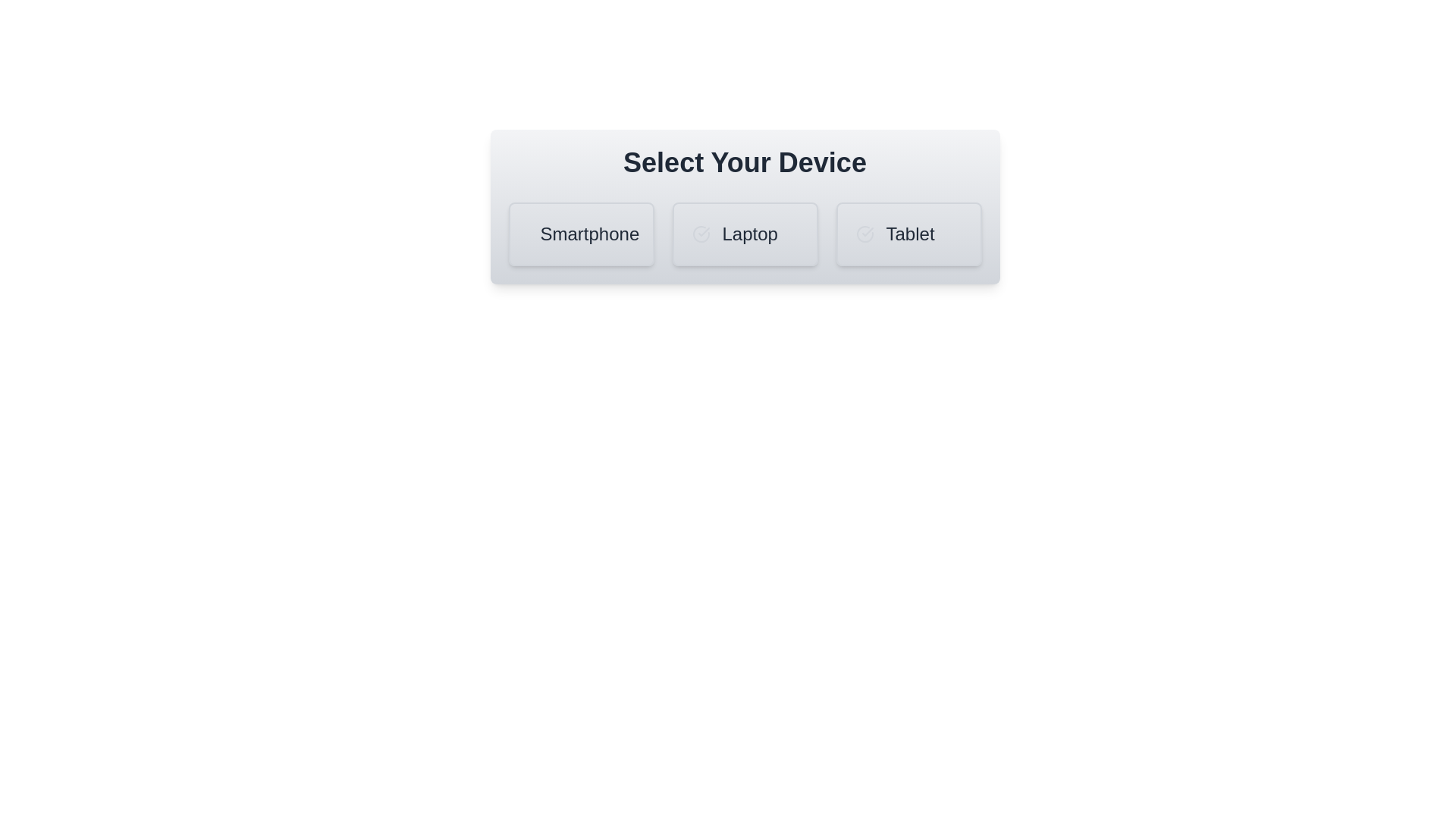  Describe the element at coordinates (745, 163) in the screenshot. I see `the Text header that introduces the purpose of the interface, positioned at the top center of the layout above a group of interactive buttons` at that location.